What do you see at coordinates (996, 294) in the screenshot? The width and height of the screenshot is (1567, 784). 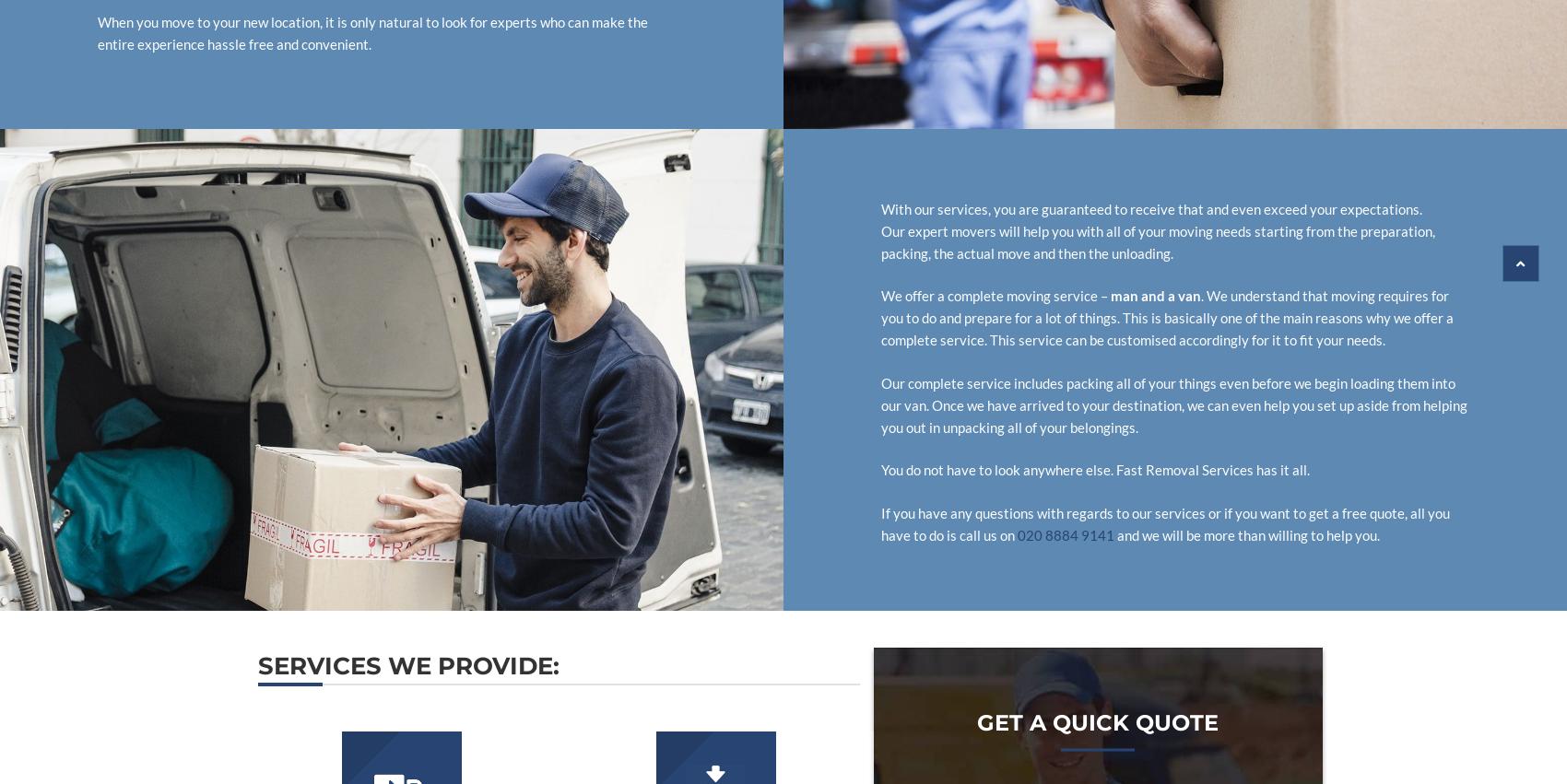 I see `'We offer a complete moving service –'` at bounding box center [996, 294].